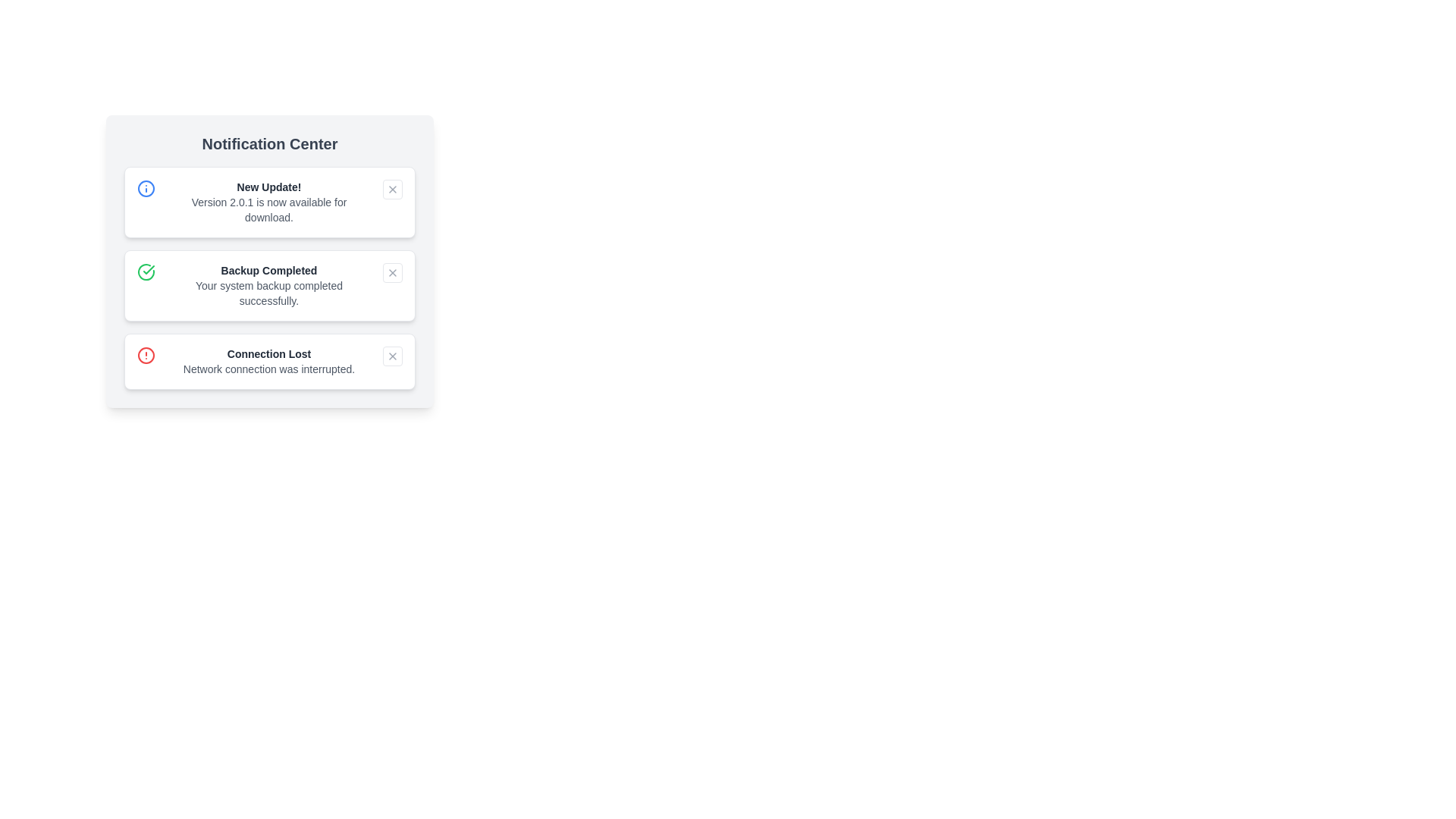  Describe the element at coordinates (393, 356) in the screenshot. I see `the dismissal button located in the top-right corner of the notification card labeled 'Connection Lost'` at that location.